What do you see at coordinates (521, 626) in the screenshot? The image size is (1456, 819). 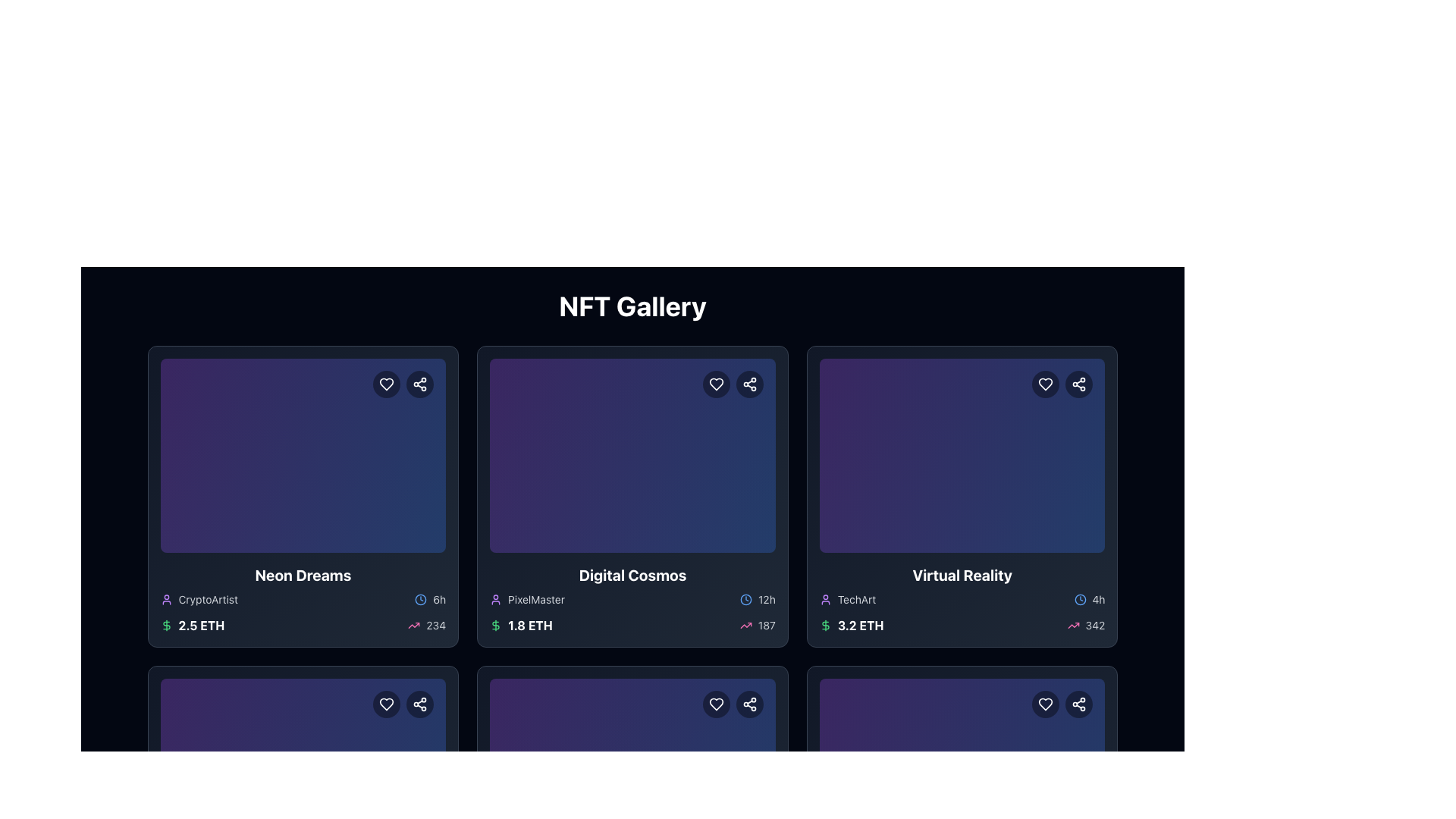 I see `the text label displaying '1.8 ETH' with a green dollar icon, located in the second card from the left in the top row, below 'PixelMaster'` at bounding box center [521, 626].